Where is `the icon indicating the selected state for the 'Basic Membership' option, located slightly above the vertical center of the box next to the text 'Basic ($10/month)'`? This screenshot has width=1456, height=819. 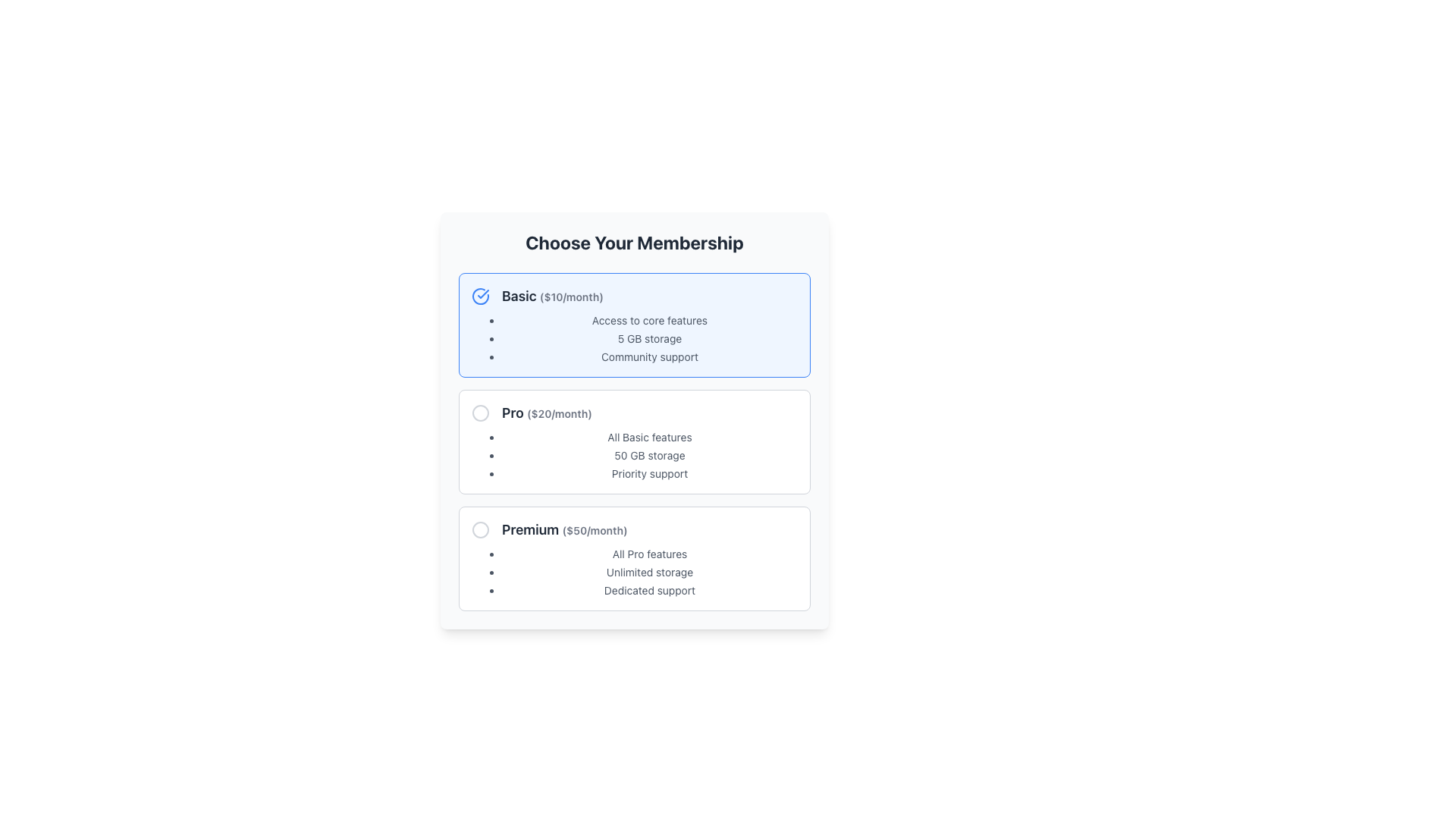
the icon indicating the selected state for the 'Basic Membership' option, located slightly above the vertical center of the box next to the text 'Basic ($10/month)' is located at coordinates (479, 296).